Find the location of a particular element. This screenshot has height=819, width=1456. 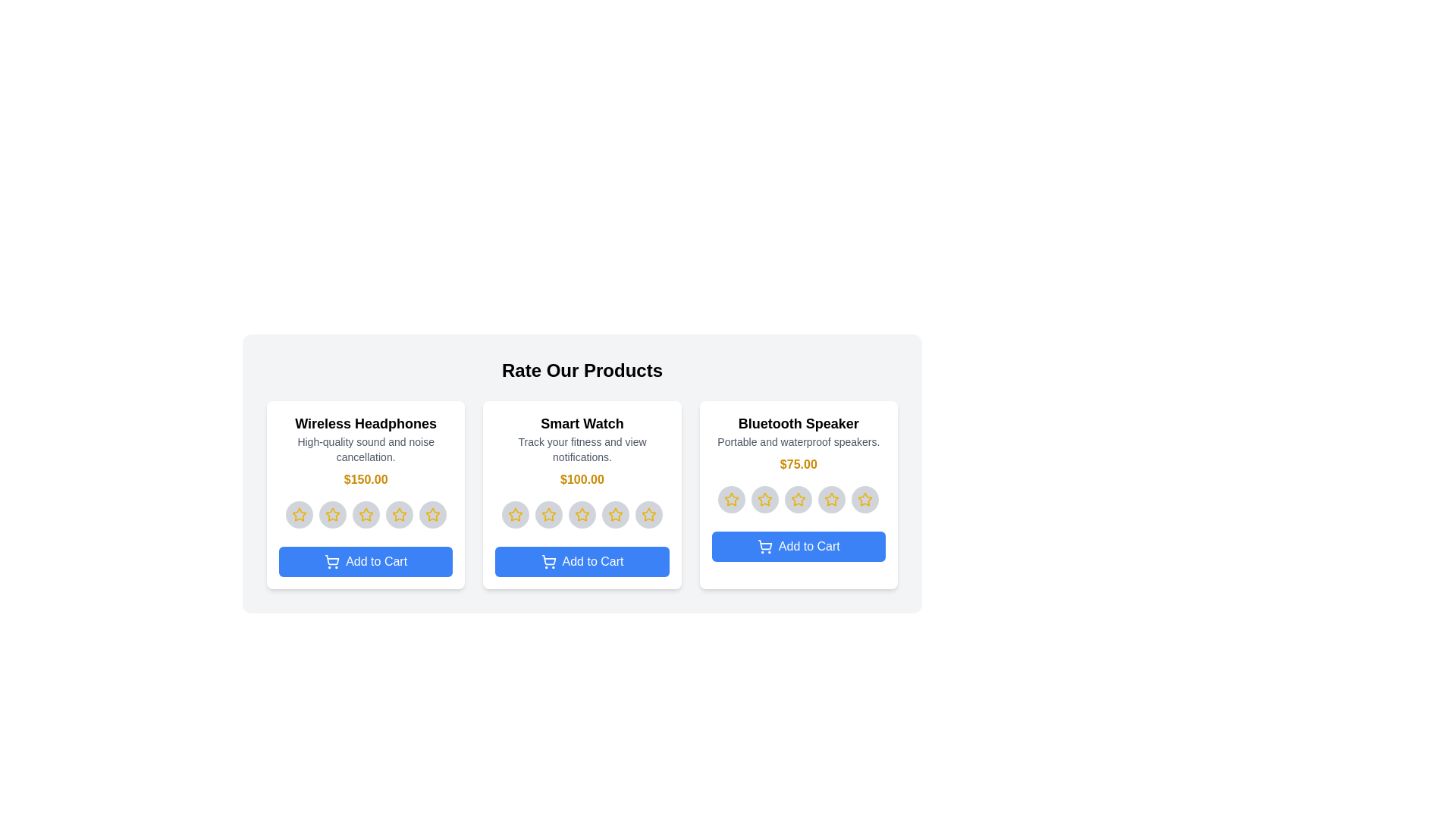

the product name to view its details is located at coordinates (365, 424).